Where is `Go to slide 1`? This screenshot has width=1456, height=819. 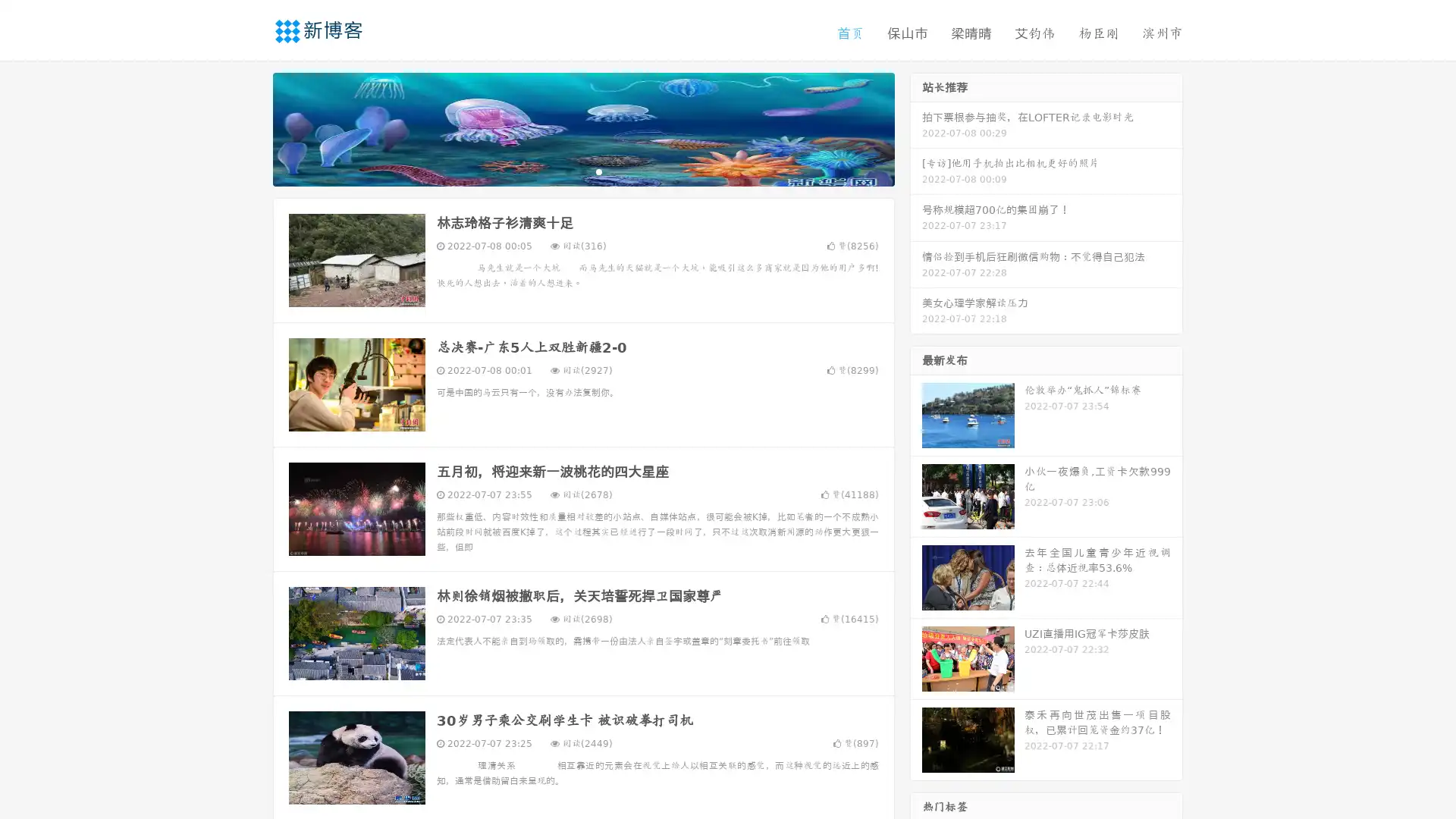 Go to slide 1 is located at coordinates (567, 171).